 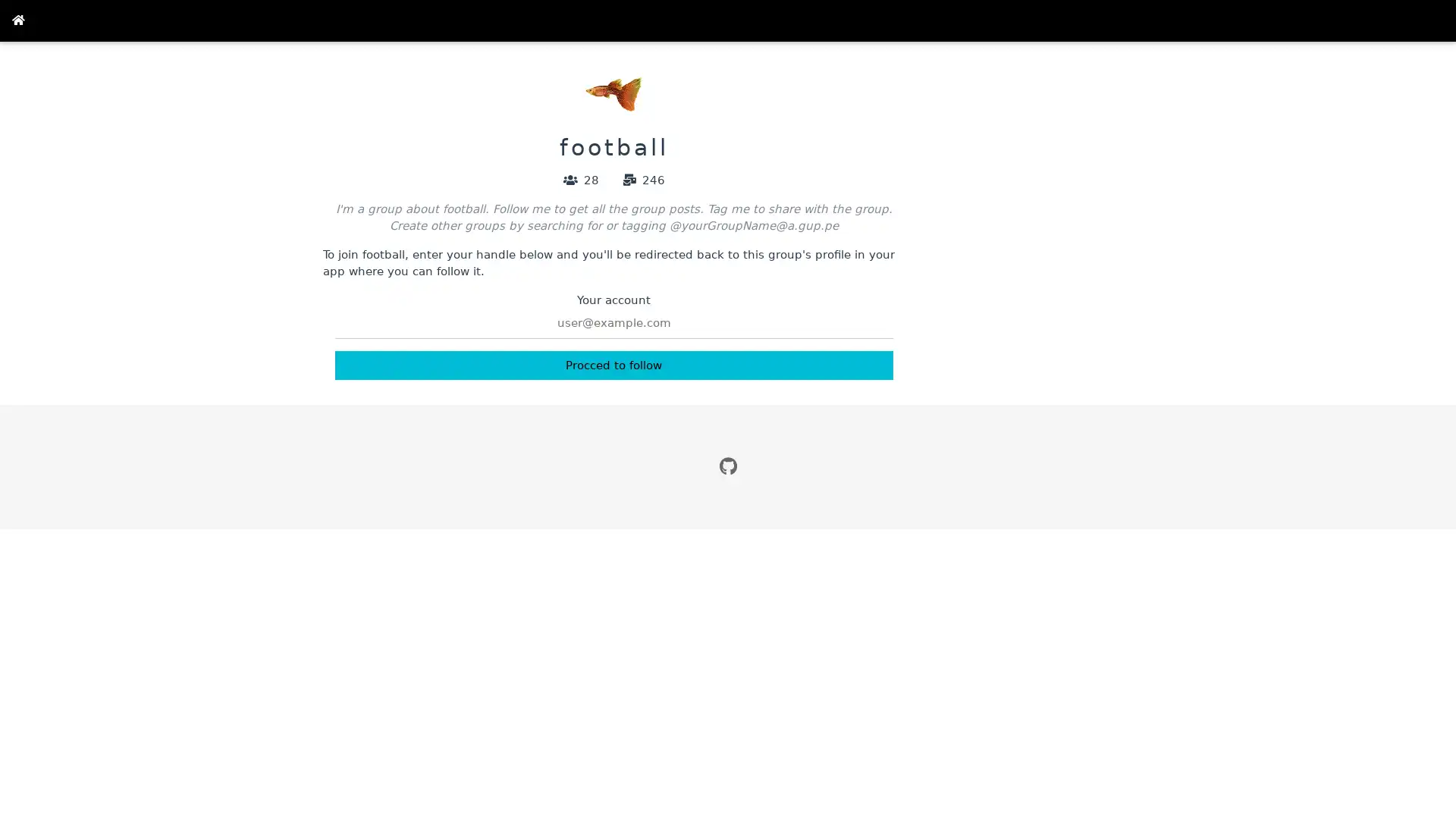 What do you see at coordinates (613, 365) in the screenshot?
I see `Procced to follow` at bounding box center [613, 365].